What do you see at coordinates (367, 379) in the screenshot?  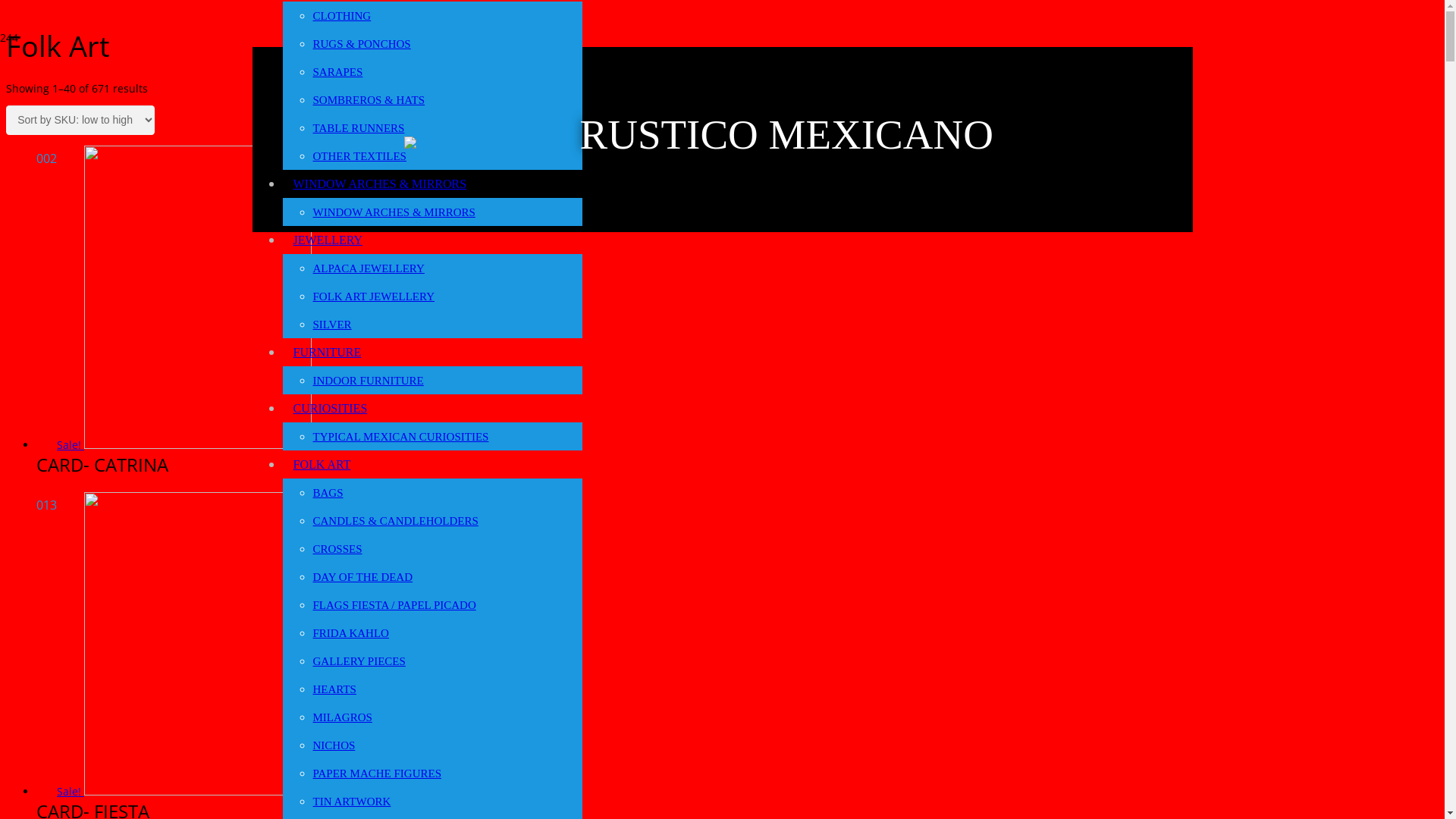 I see `'INDOOR FURNITURE'` at bounding box center [367, 379].